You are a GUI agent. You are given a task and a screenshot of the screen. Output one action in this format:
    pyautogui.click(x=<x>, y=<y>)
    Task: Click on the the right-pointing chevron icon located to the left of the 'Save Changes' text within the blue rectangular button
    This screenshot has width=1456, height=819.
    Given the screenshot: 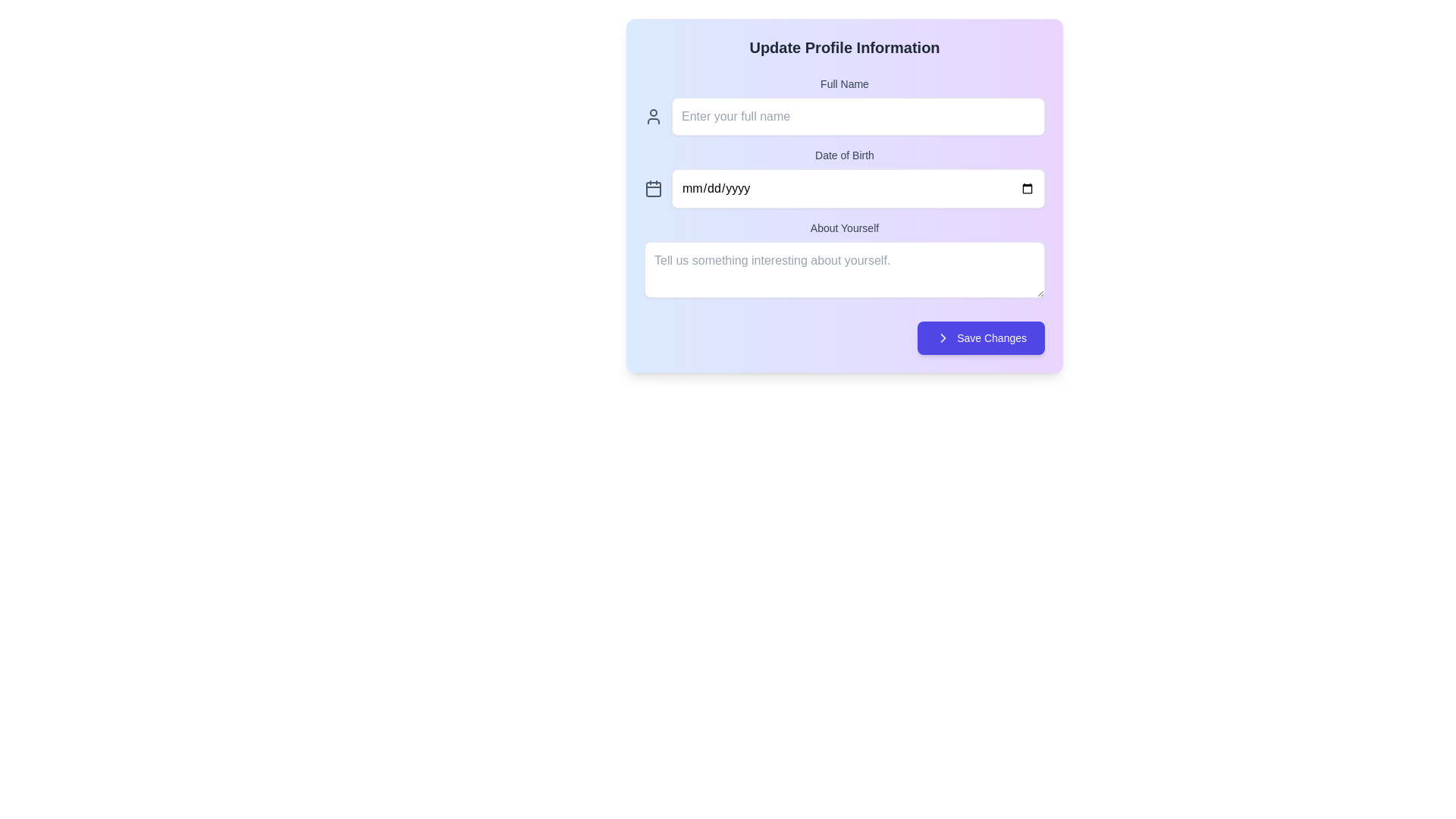 What is the action you would take?
    pyautogui.click(x=942, y=337)
    